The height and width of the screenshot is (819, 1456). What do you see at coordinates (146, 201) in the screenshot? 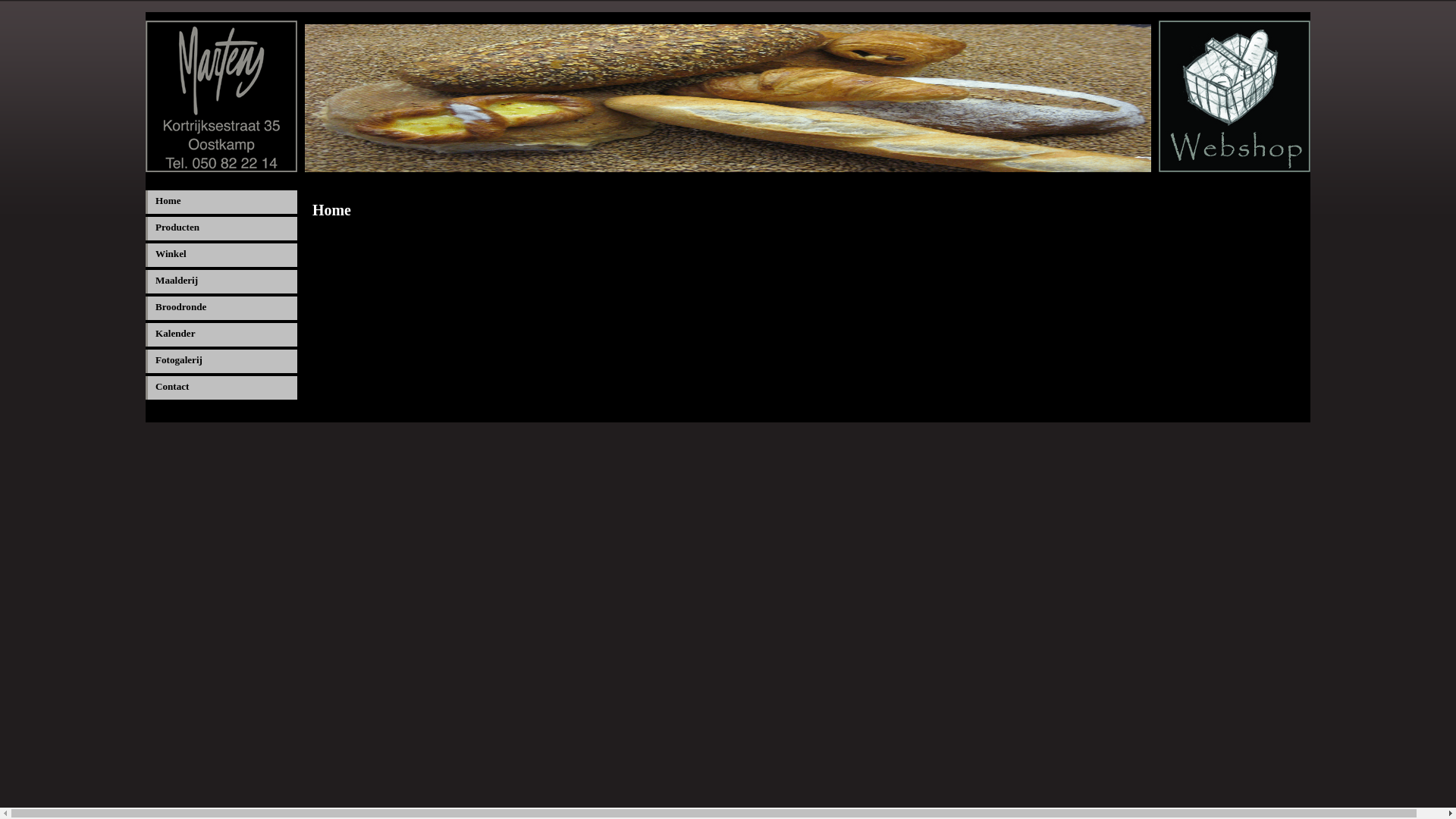
I see `'Home'` at bounding box center [146, 201].